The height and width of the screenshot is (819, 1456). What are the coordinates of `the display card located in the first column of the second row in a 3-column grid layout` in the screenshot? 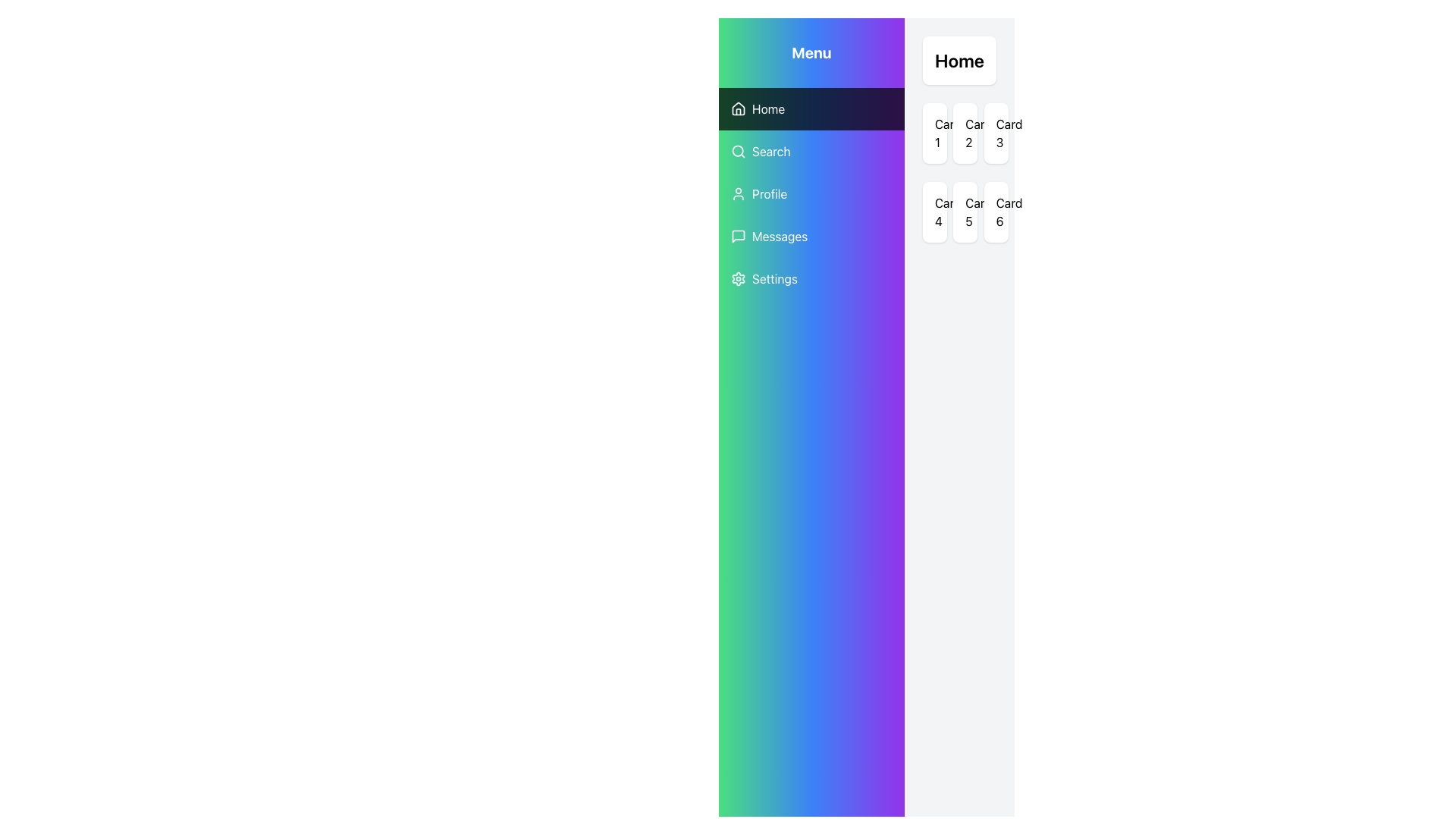 It's located at (934, 212).